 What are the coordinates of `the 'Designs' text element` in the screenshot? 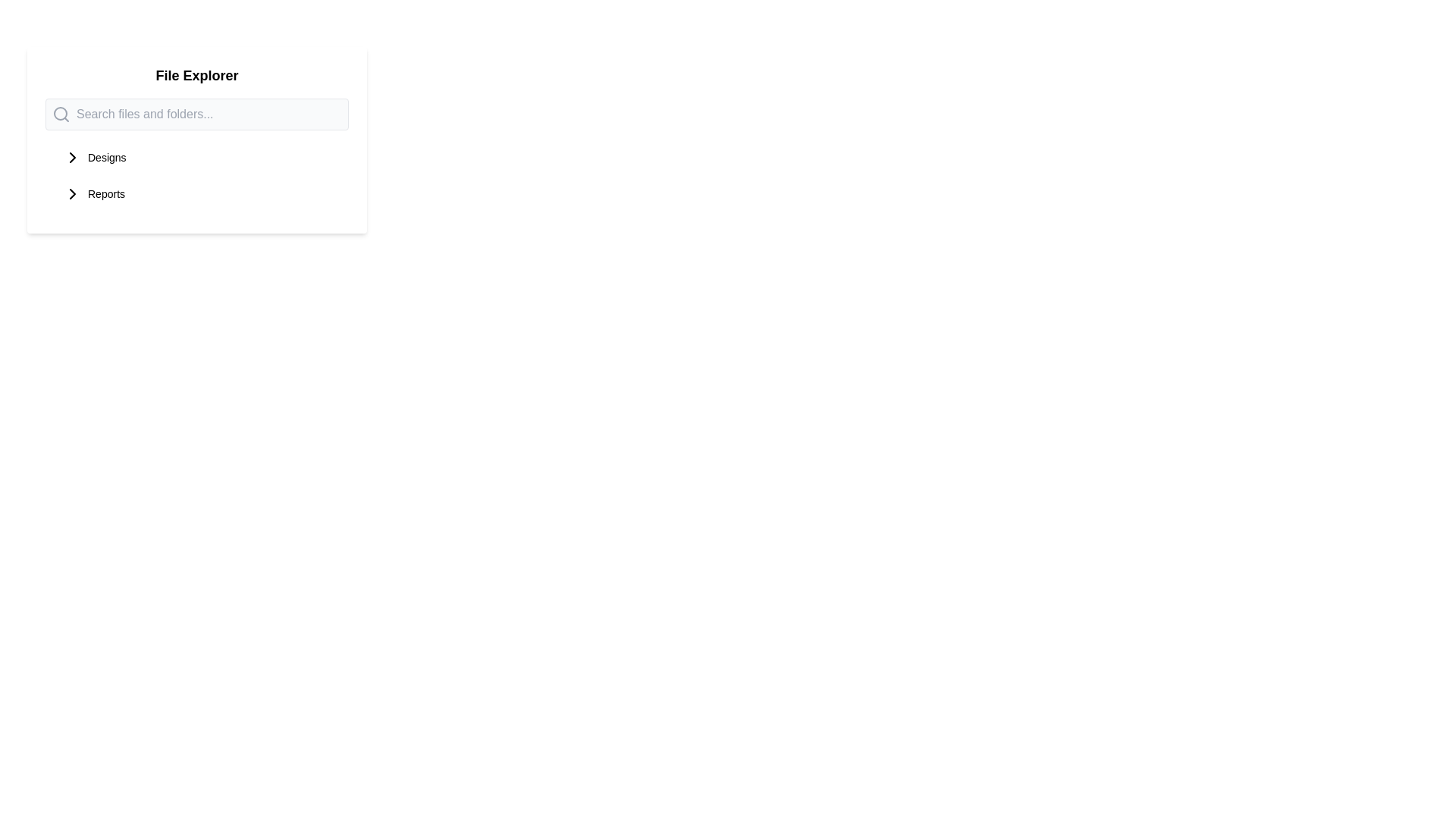 It's located at (105, 158).